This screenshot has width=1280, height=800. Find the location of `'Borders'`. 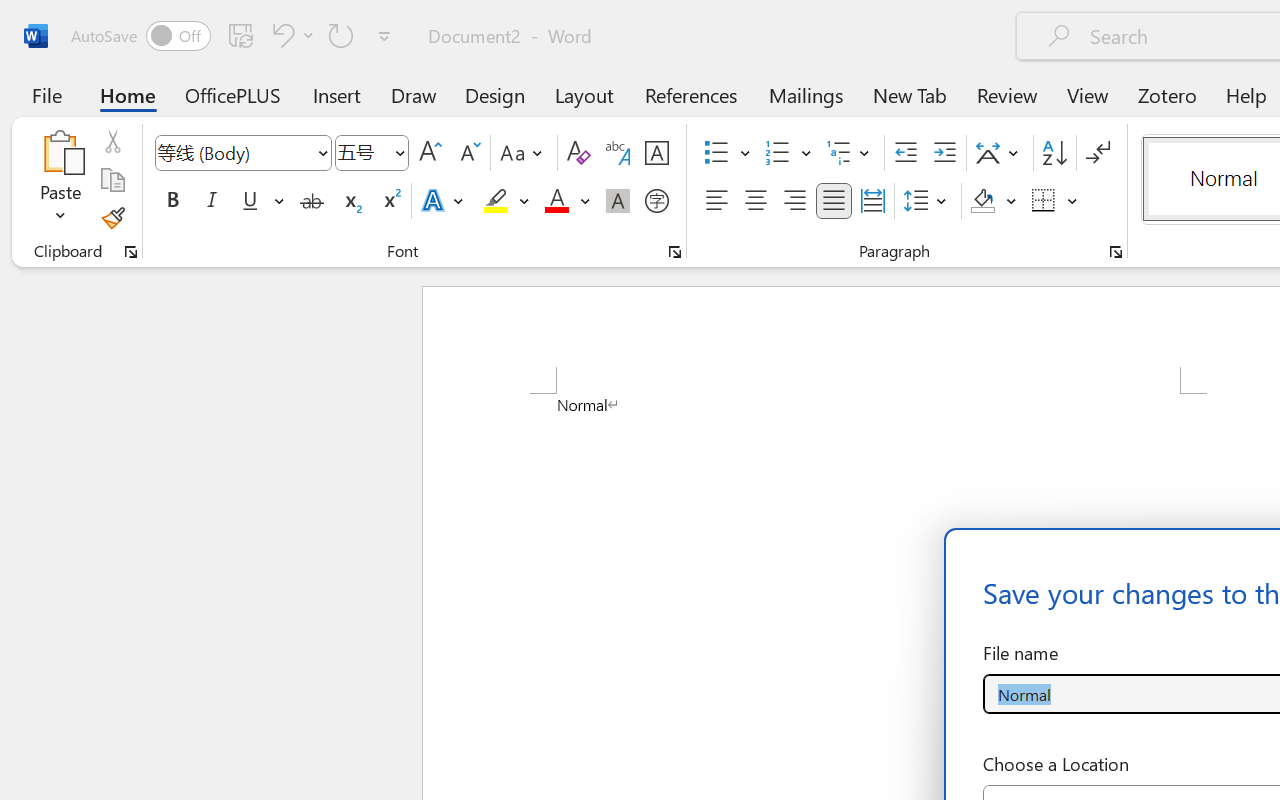

'Borders' is located at coordinates (1054, 201).